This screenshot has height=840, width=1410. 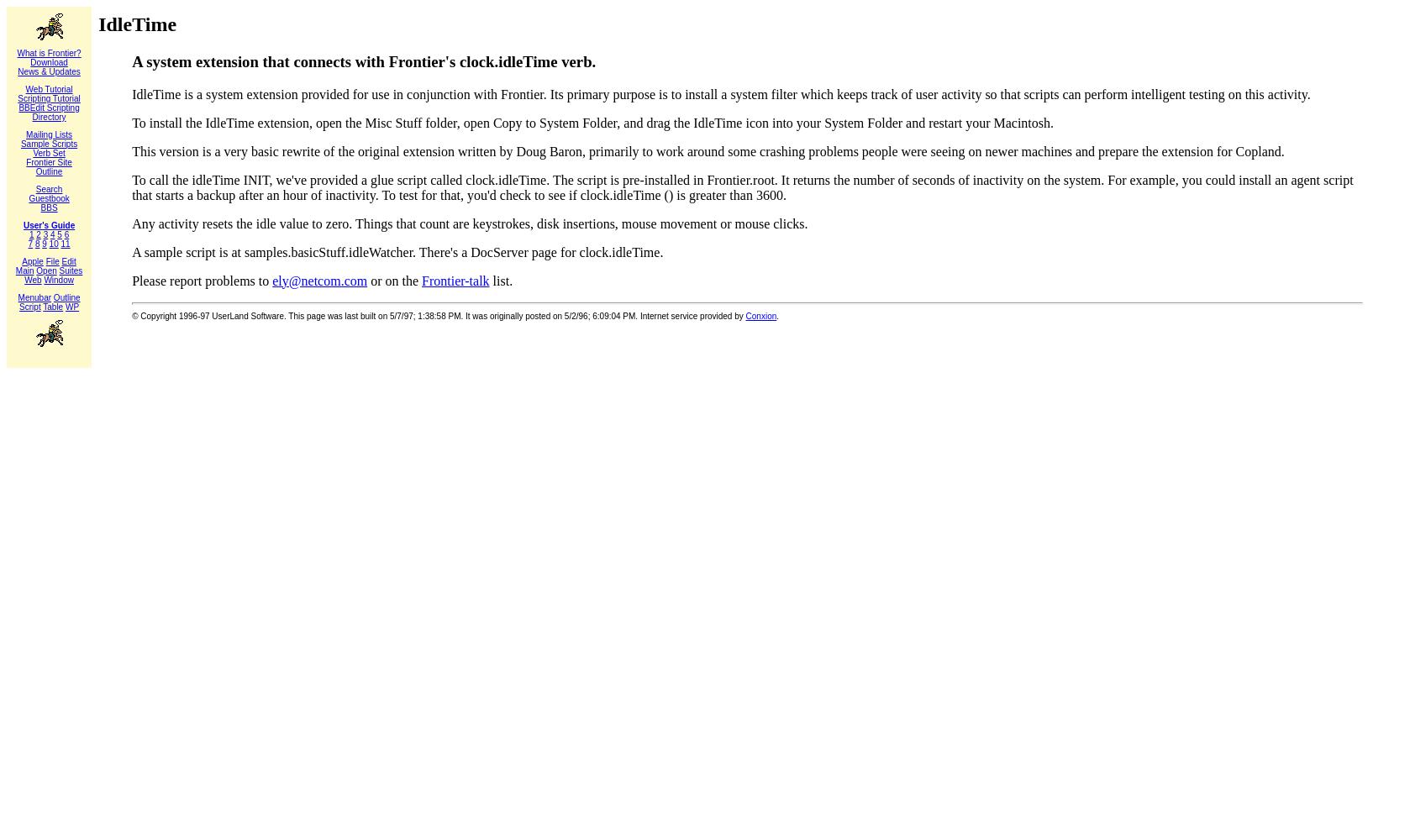 I want to click on 'This version is a very basic rewrite of the original extension written by Doug Baron, primarily to work around some crashing problems people were seeing on newer machines and prepare the extension for Copland.', so click(x=708, y=150).